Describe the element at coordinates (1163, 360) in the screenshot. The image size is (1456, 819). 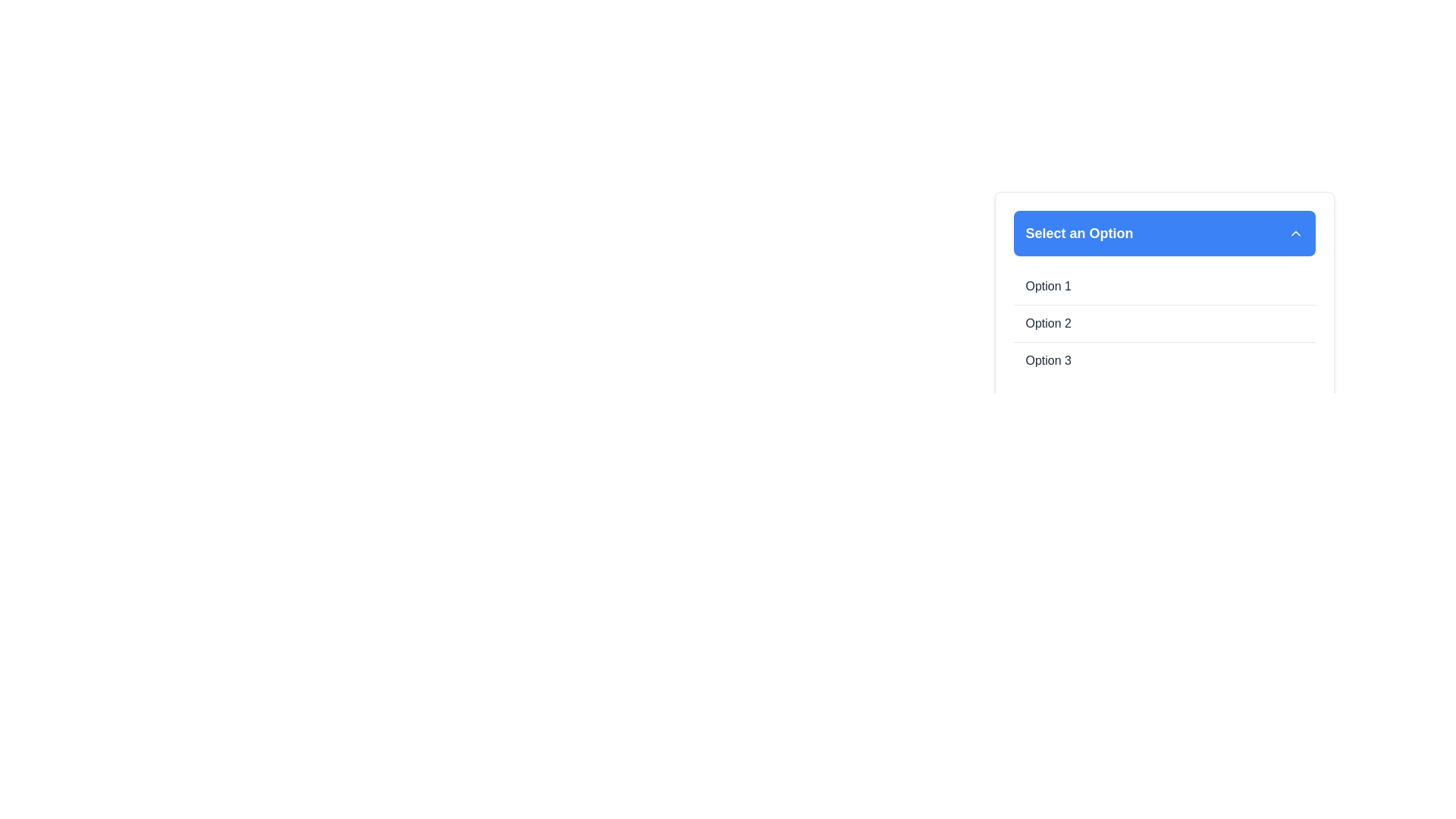
I see `the Interactive list item labeled 'Option 3'` at that location.